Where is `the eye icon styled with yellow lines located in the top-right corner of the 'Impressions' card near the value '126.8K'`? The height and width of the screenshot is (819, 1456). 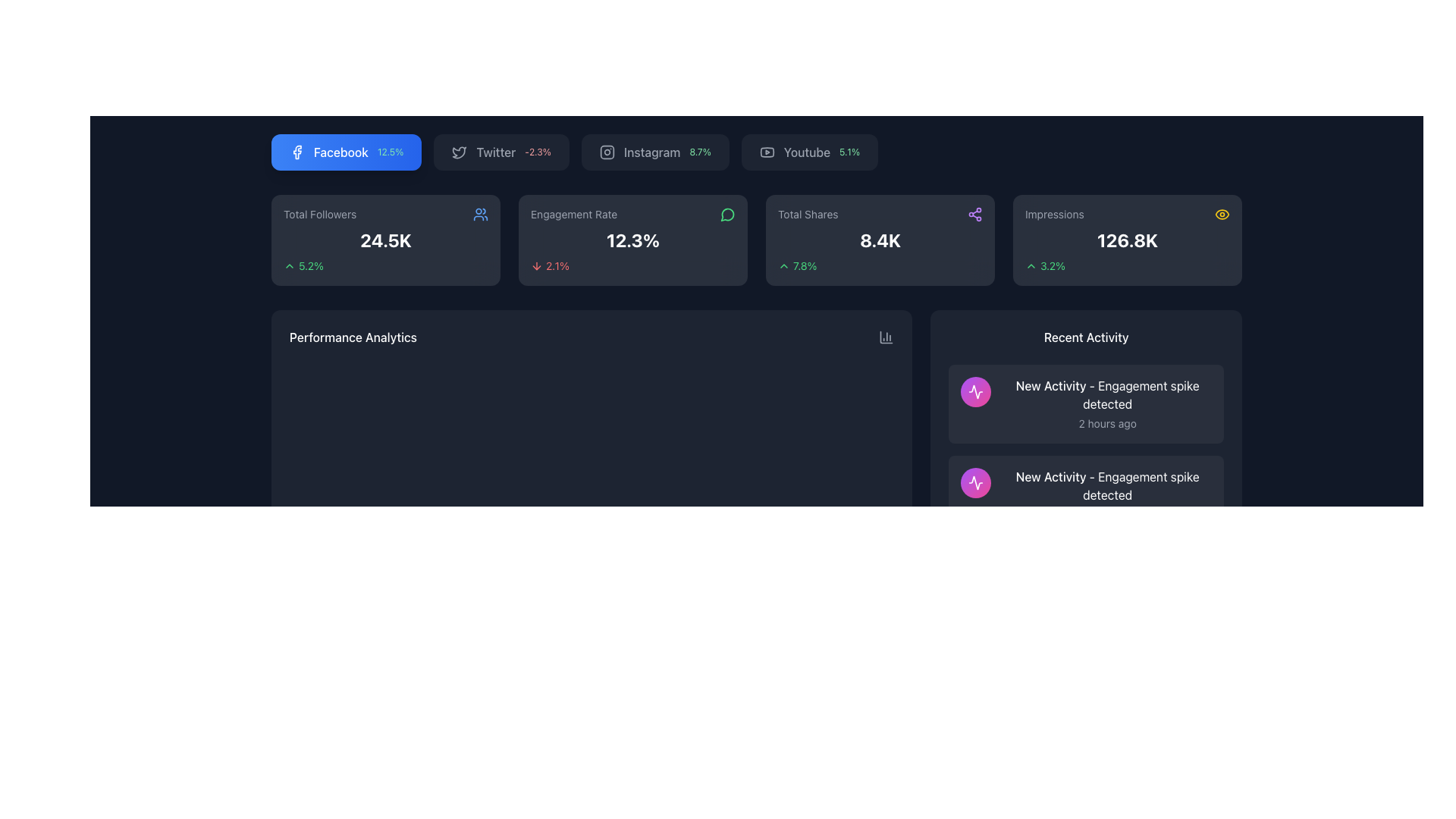
the eye icon styled with yellow lines located in the top-right corner of the 'Impressions' card near the value '126.8K' is located at coordinates (1222, 214).